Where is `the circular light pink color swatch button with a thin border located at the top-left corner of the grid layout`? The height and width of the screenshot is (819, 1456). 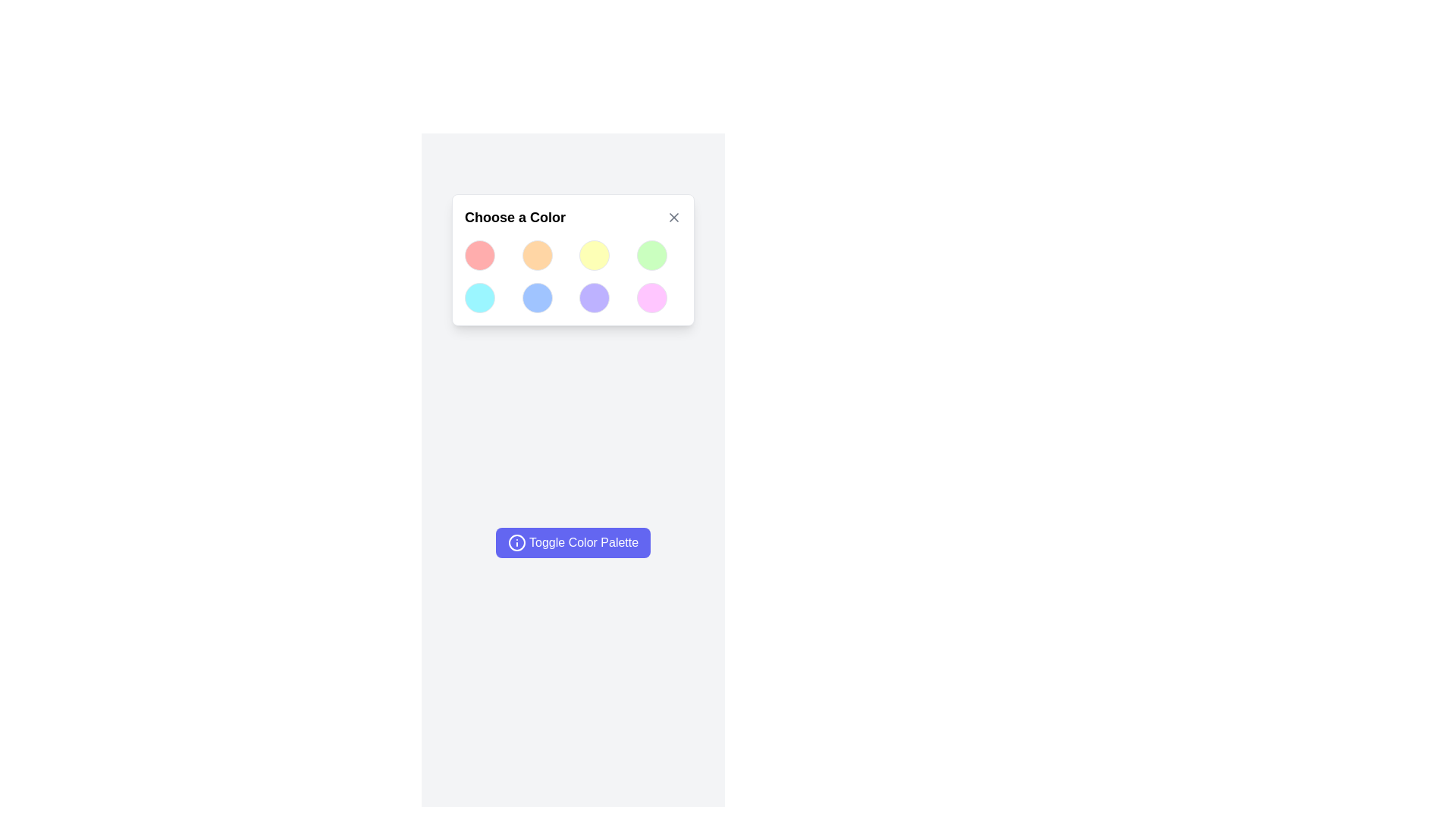 the circular light pink color swatch button with a thin border located at the top-left corner of the grid layout is located at coordinates (479, 254).